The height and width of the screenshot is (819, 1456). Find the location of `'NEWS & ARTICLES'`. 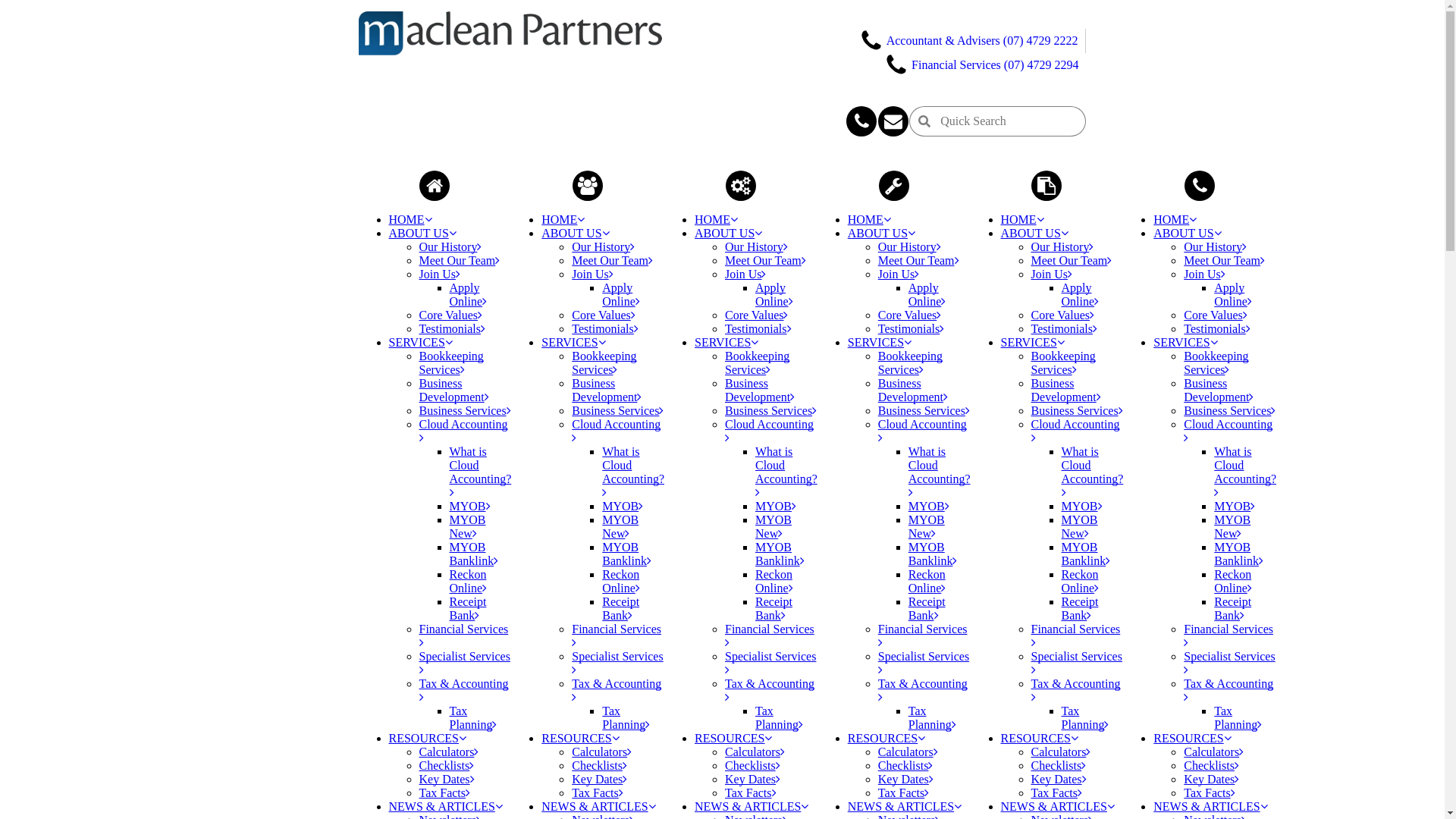

'NEWS & ARTICLES' is located at coordinates (1210, 805).